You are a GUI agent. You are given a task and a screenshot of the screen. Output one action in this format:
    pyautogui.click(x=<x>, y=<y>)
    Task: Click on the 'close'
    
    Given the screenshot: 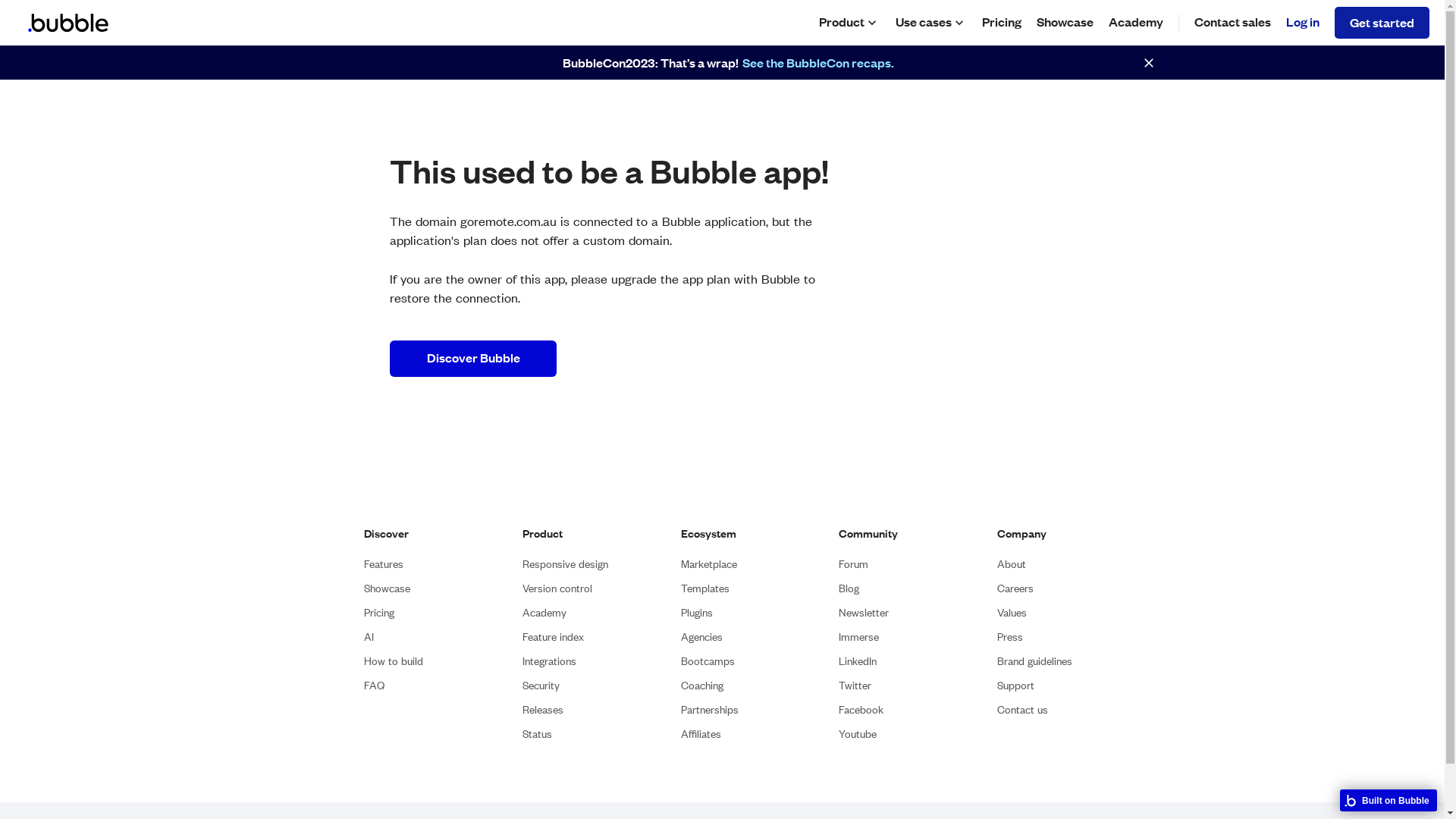 What is the action you would take?
    pyautogui.click(x=1149, y=62)
    